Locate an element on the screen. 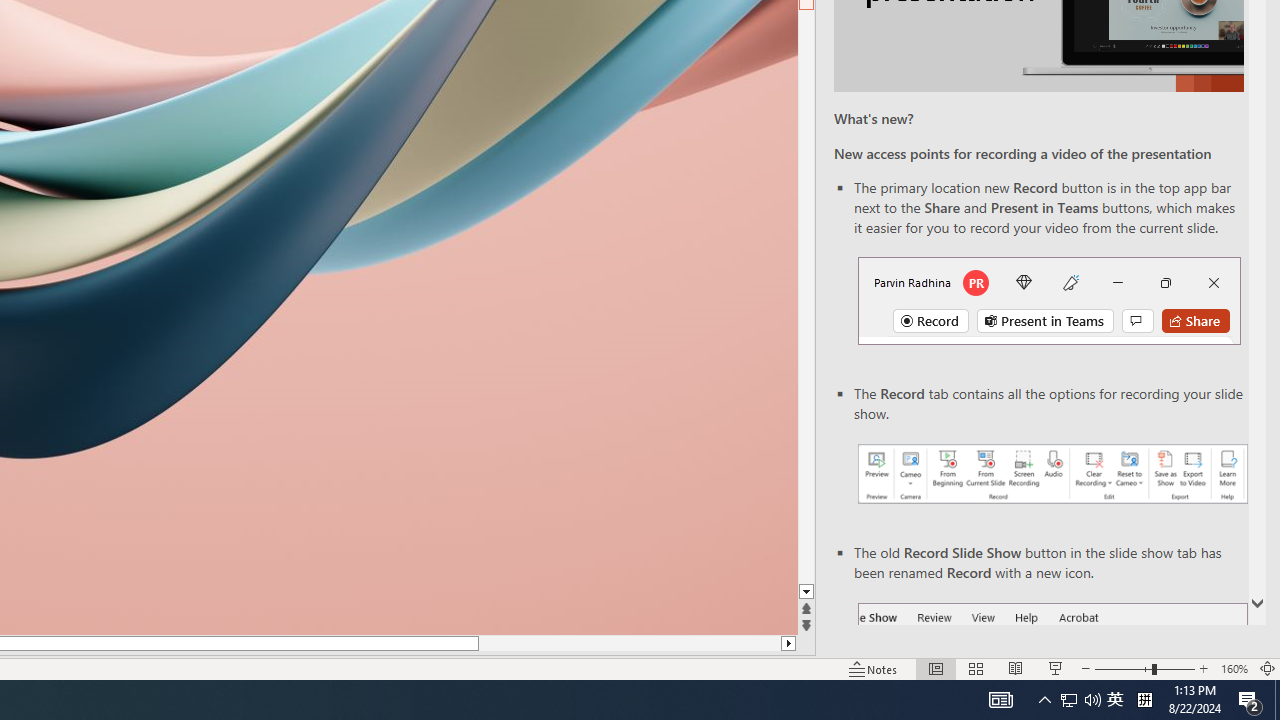  'Record your presentations screenshot one' is located at coordinates (1051, 474).